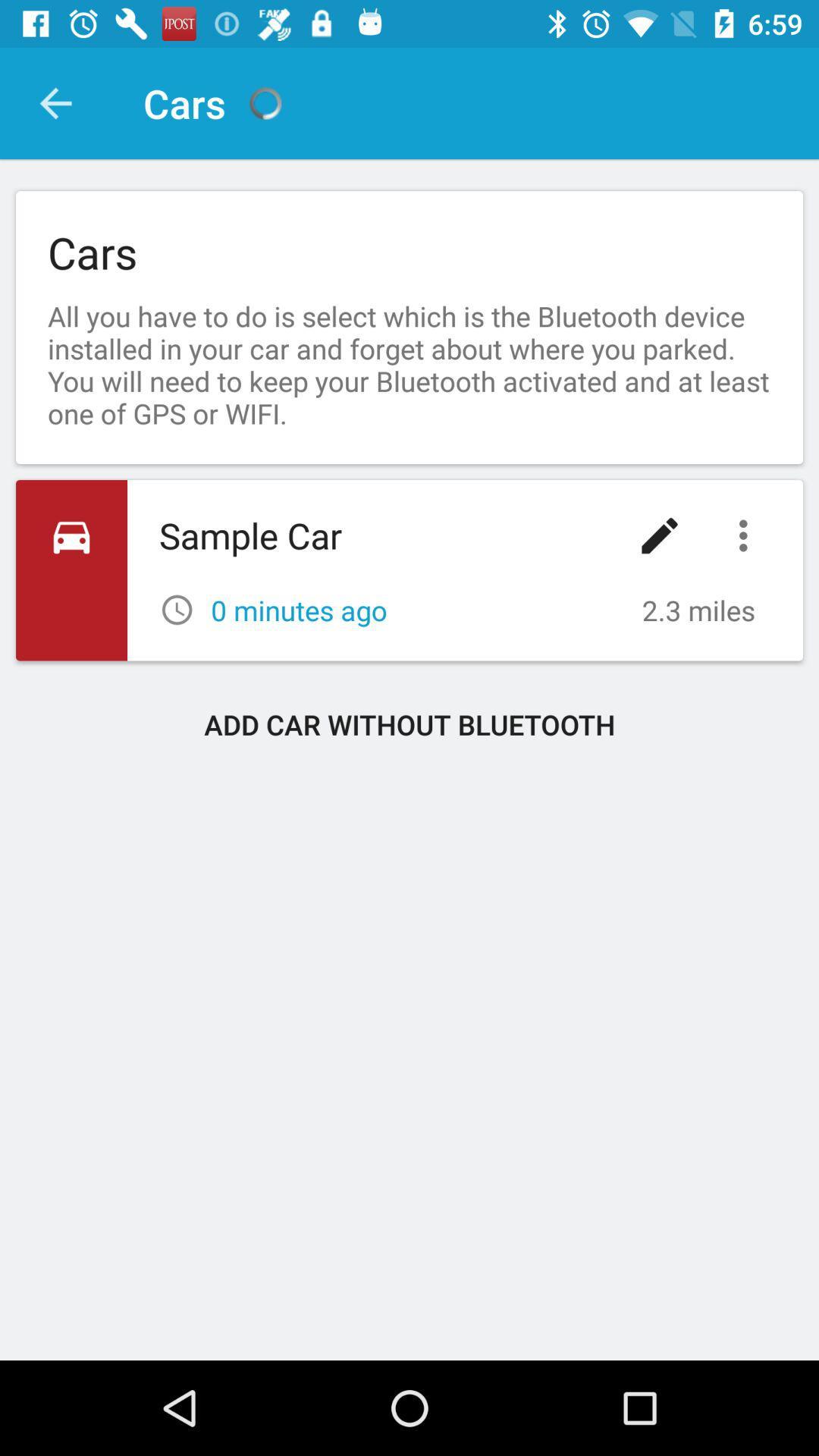 The image size is (819, 1456). Describe the element at coordinates (71, 570) in the screenshot. I see `the icon left of the text sample car` at that location.